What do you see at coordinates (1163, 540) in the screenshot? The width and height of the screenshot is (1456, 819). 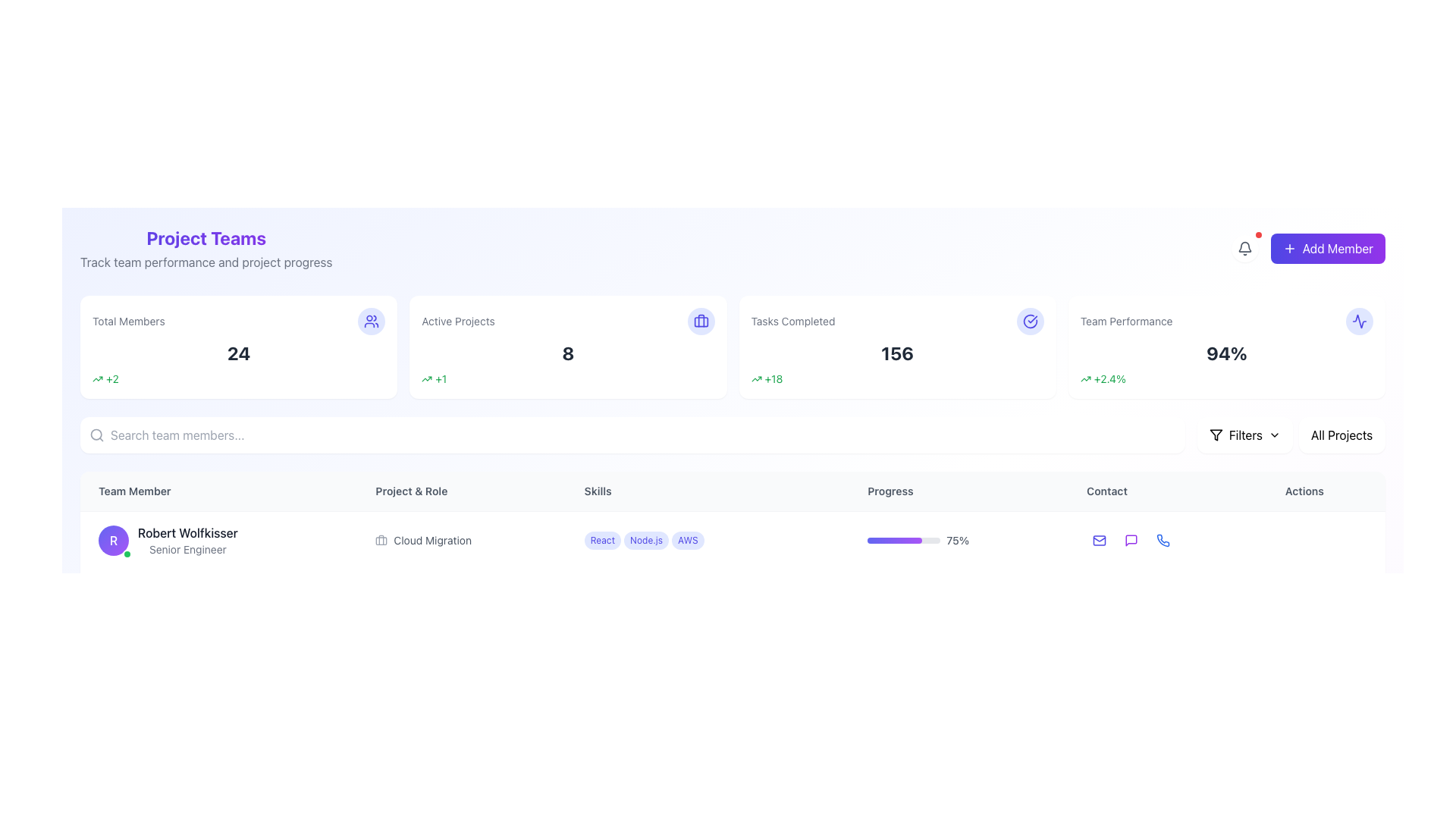 I see `the phone icon with a blue stroke` at bounding box center [1163, 540].